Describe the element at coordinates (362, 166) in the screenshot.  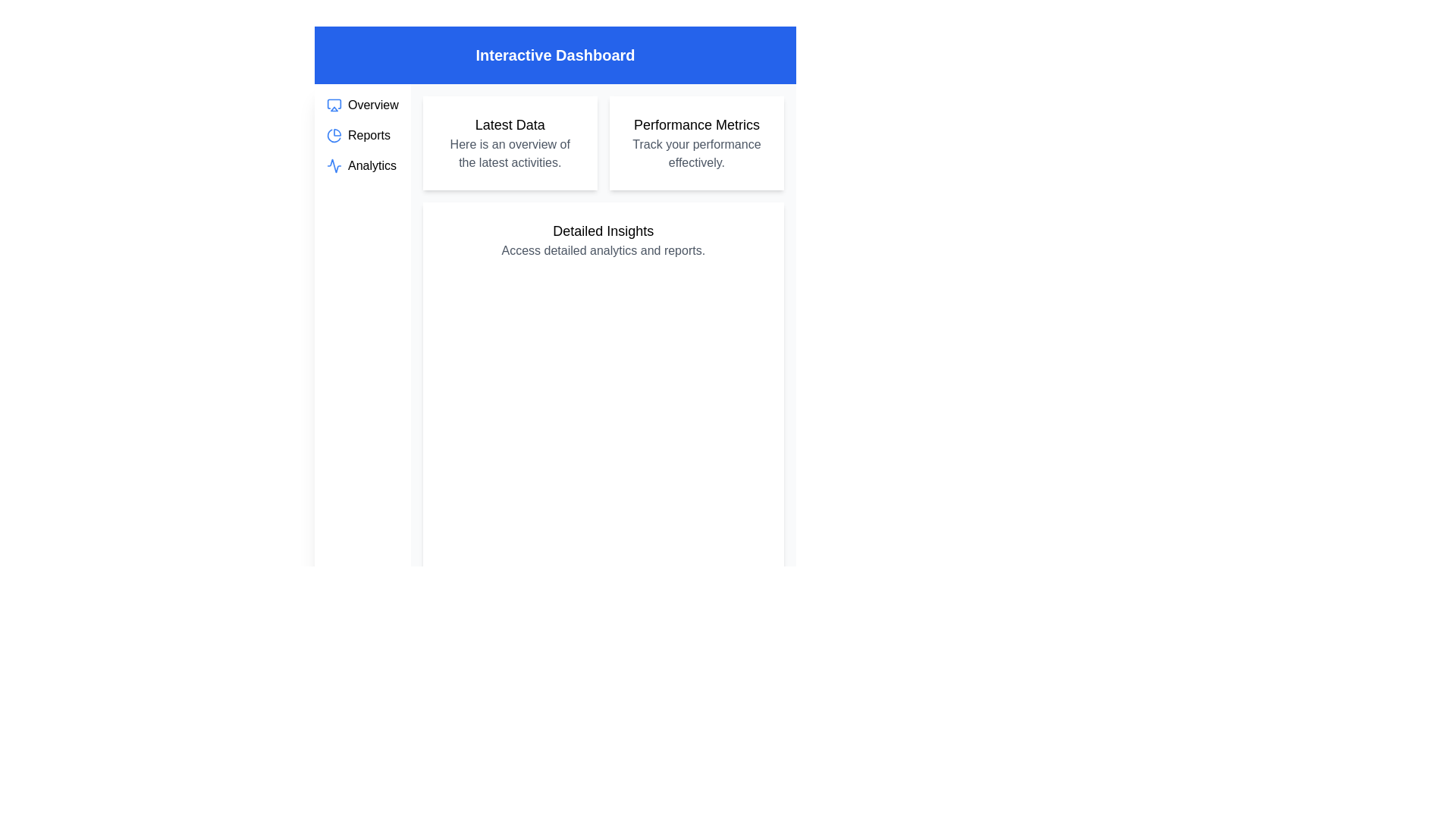
I see `the 'Analytics' navigation link, which features a blue activity graph icon and is the third item in the left navigation panel below 'Overview' and 'Reports'` at that location.